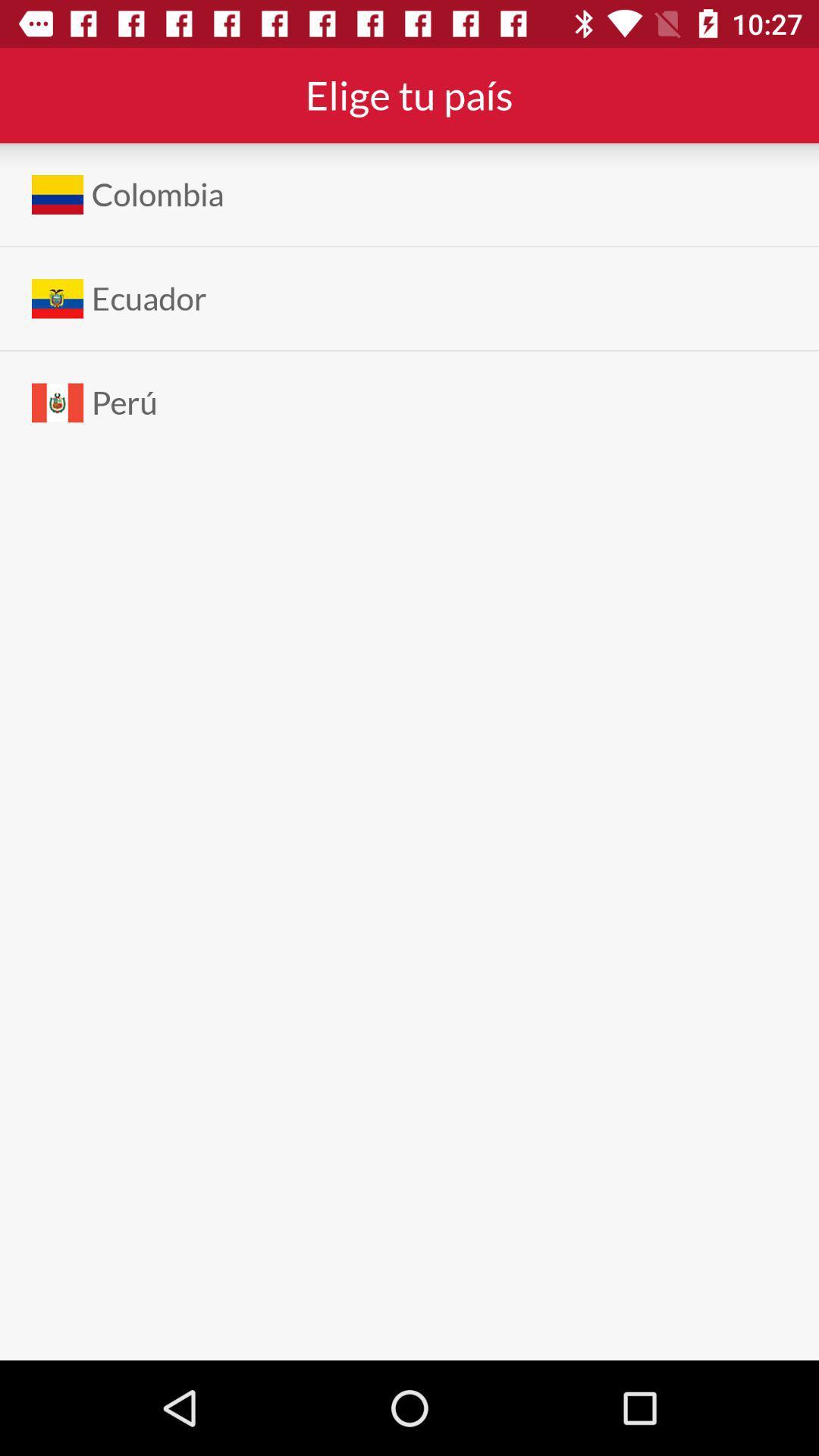  I want to click on the colombia item, so click(158, 193).